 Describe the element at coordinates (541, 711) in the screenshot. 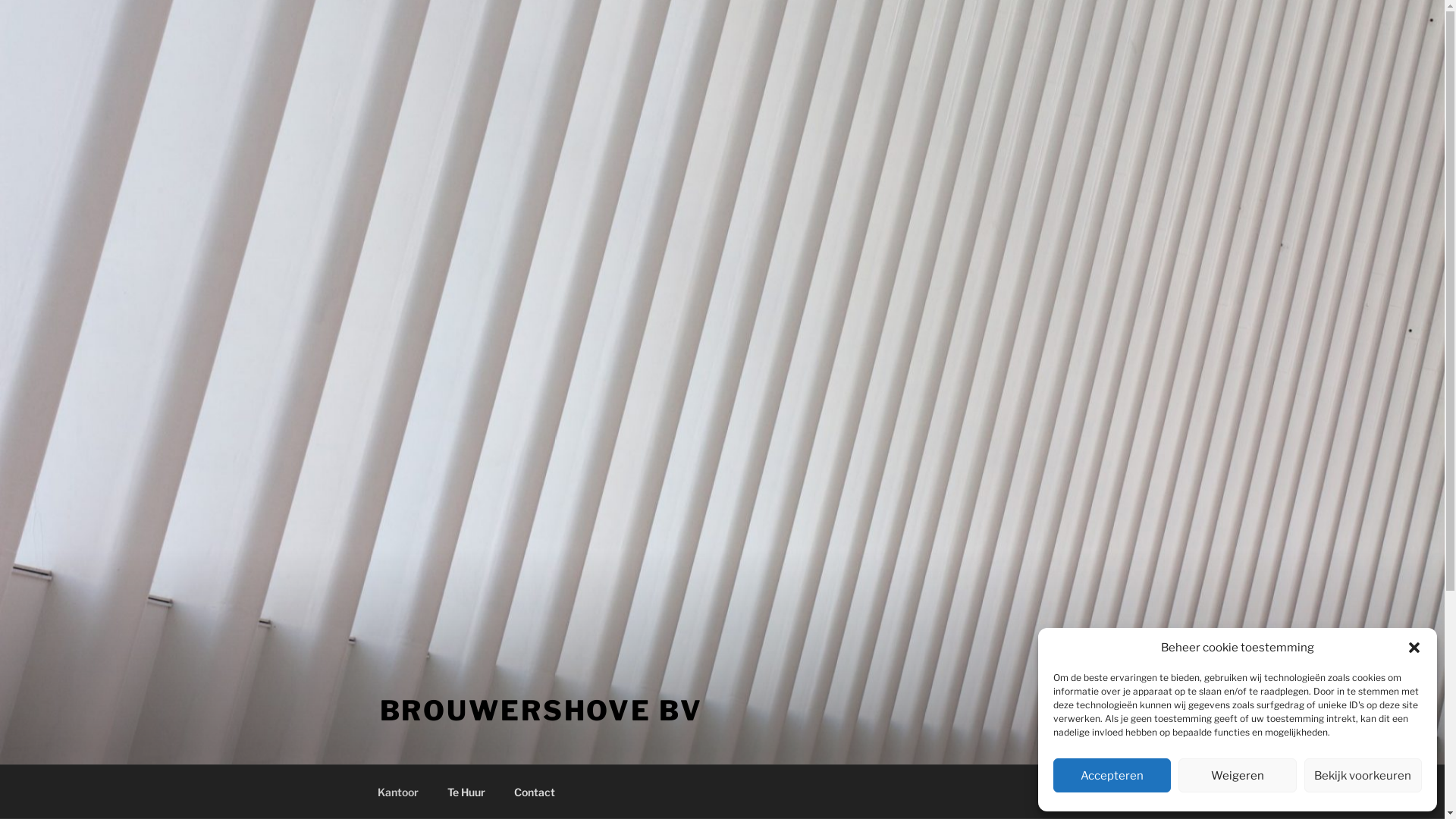

I see `'BROUWERSHOVE BV'` at that location.